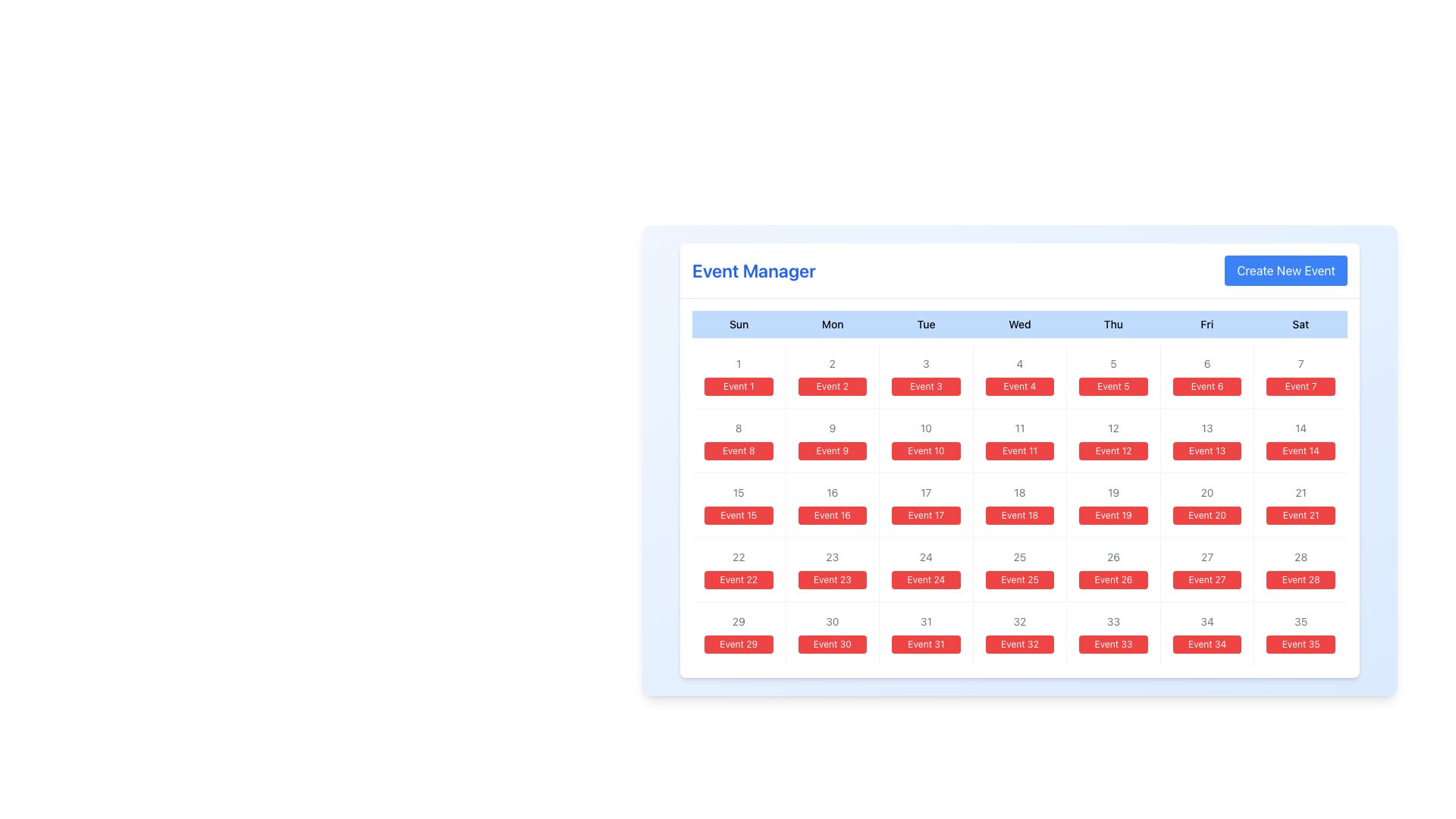  I want to click on the event label for the day in the calendar, specifically the label for the 15th day located in the 'Event Manager' interface under the 'Sun' column, so click(739, 514).